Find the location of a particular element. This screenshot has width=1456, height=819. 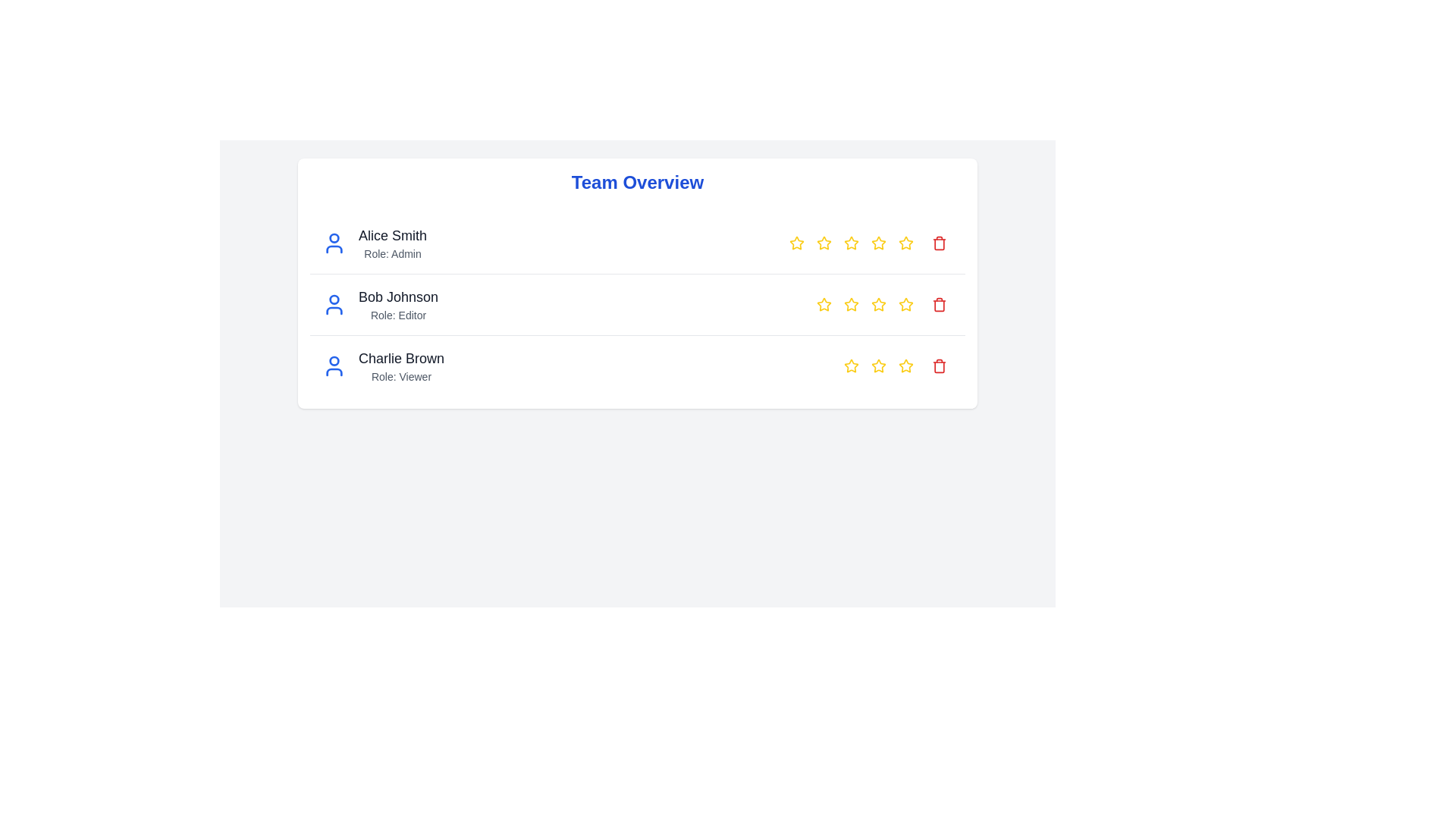

the SVG circle element that is part of the blue avatar icon next to 'Charlie Brown' in the third row of the user list is located at coordinates (334, 360).